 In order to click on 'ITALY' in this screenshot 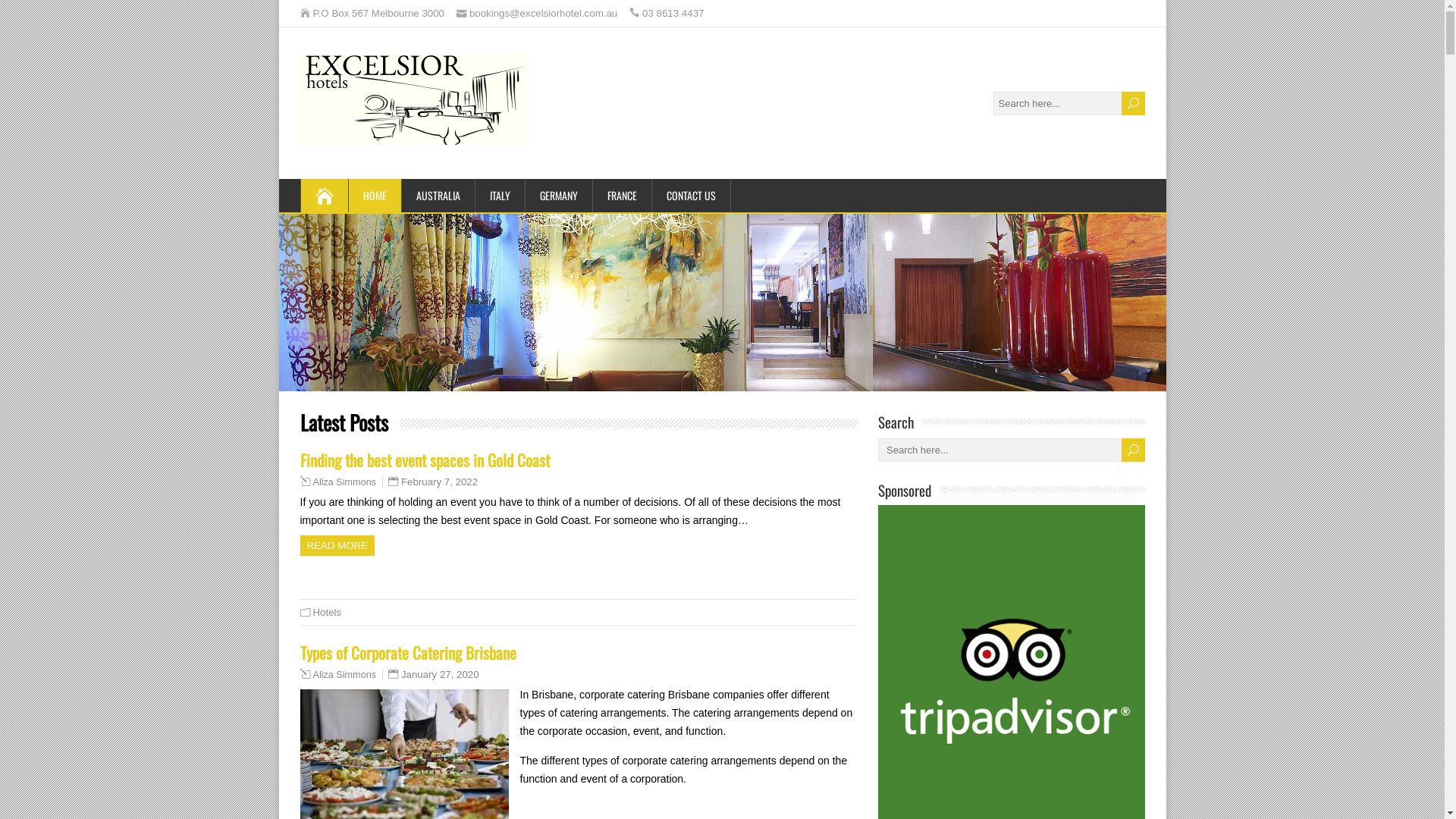, I will do `click(499, 195)`.